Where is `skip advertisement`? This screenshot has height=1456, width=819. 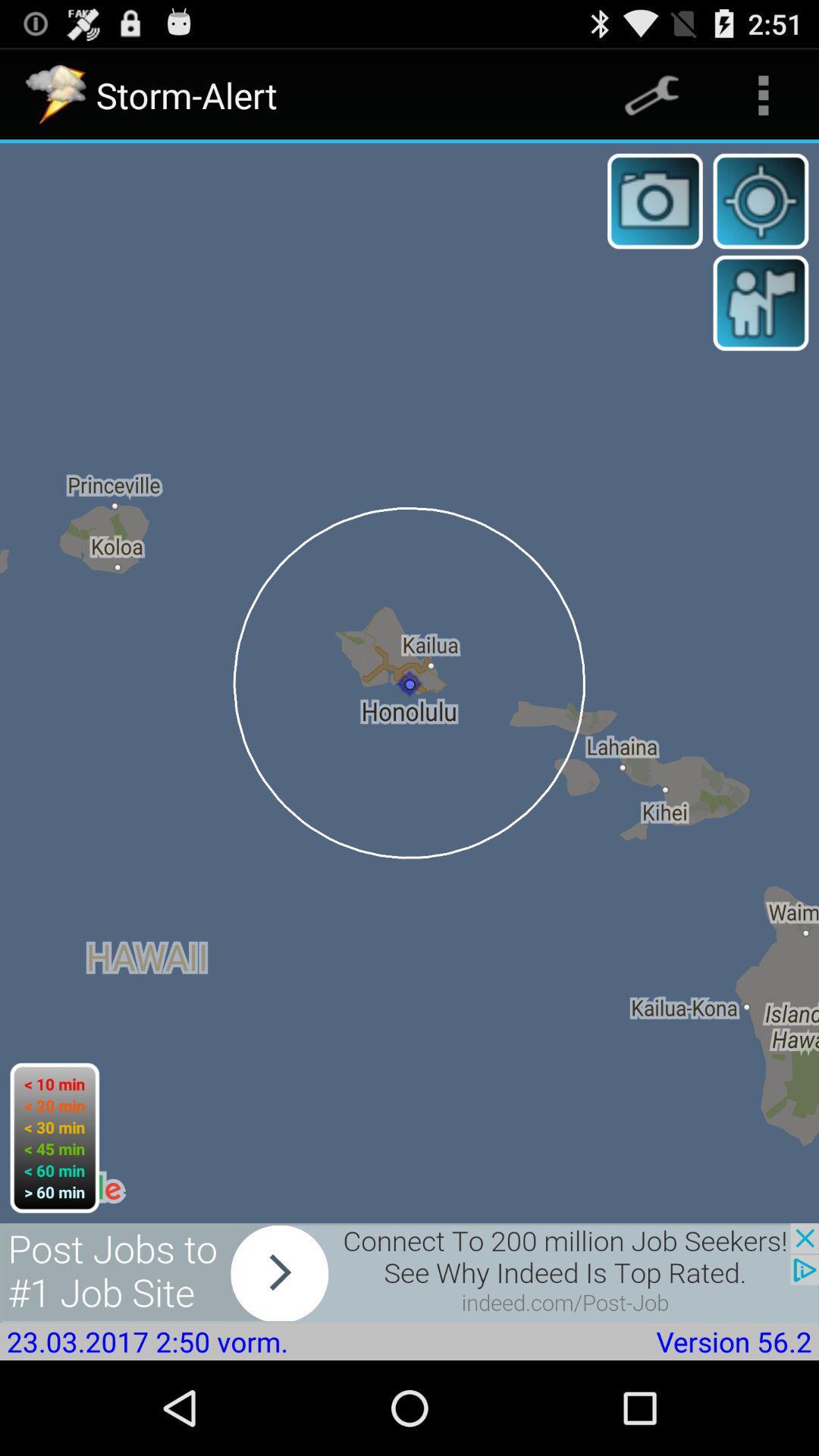
skip advertisement is located at coordinates (409, 1272).